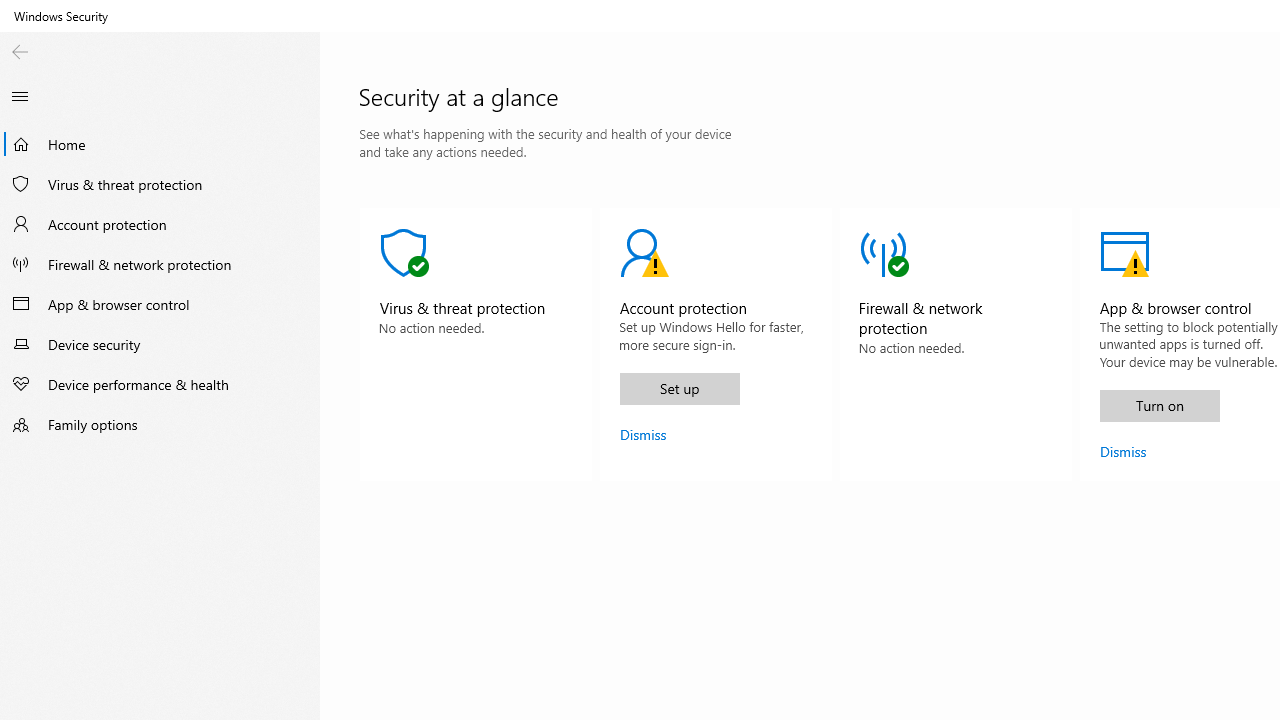  I want to click on 'App & browser control', so click(160, 303).